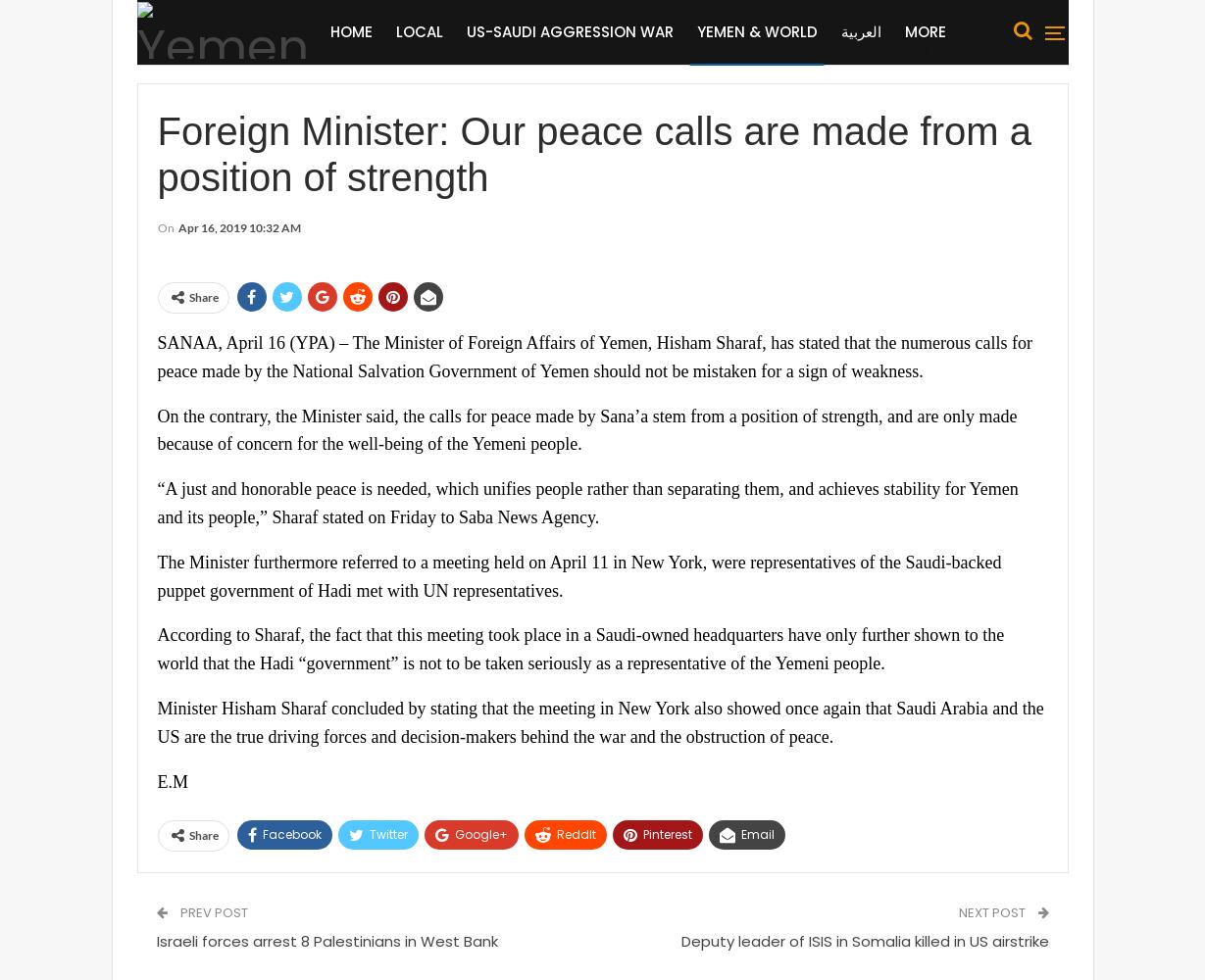 This screenshot has width=1205, height=980. I want to click on 'Home', so click(349, 31).